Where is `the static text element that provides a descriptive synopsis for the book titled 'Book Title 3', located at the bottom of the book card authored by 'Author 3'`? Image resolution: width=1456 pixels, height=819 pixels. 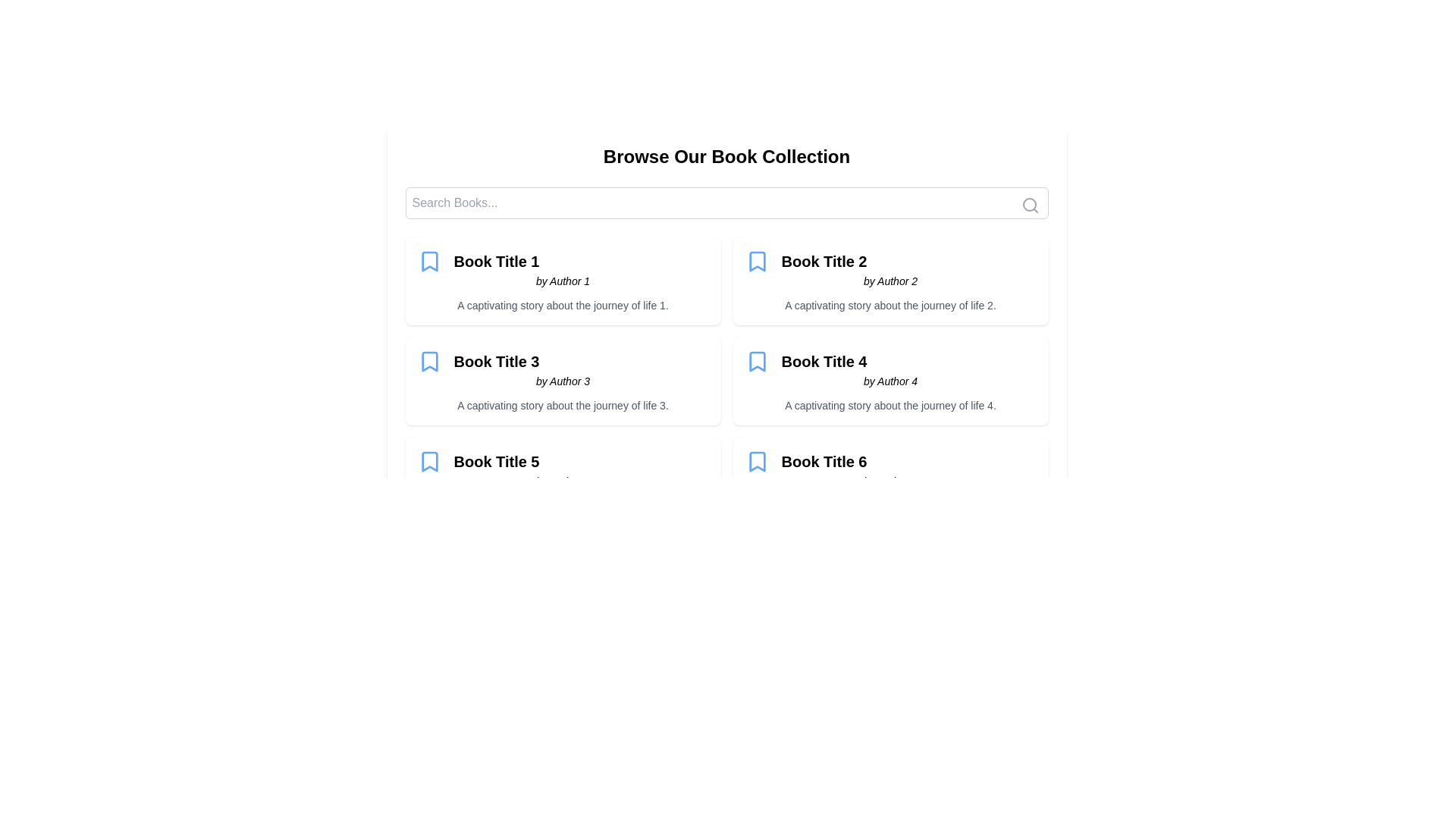 the static text element that provides a descriptive synopsis for the book titled 'Book Title 3', located at the bottom of the book card authored by 'Author 3' is located at coordinates (562, 405).